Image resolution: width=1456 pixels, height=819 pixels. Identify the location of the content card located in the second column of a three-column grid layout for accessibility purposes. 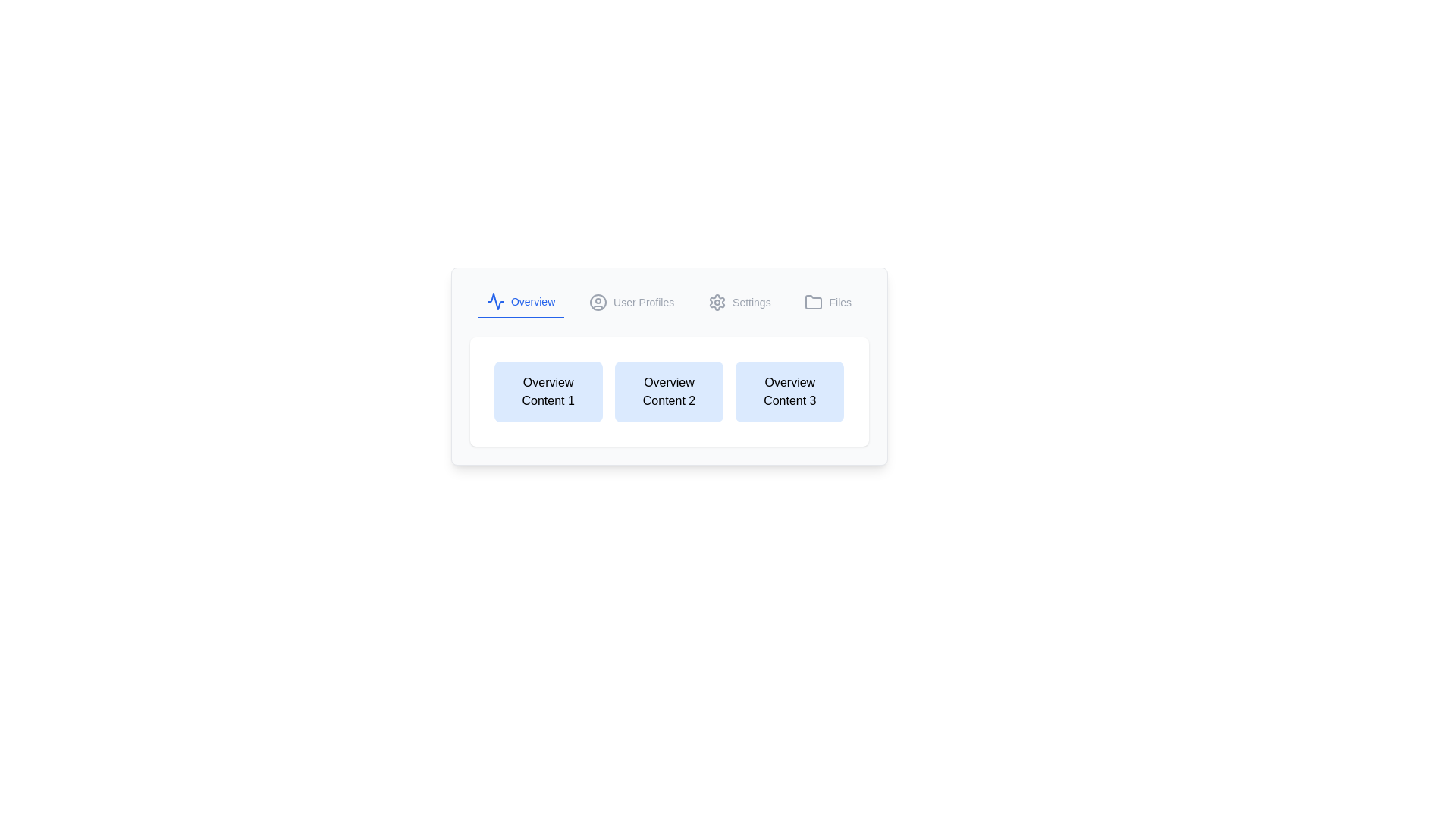
(668, 391).